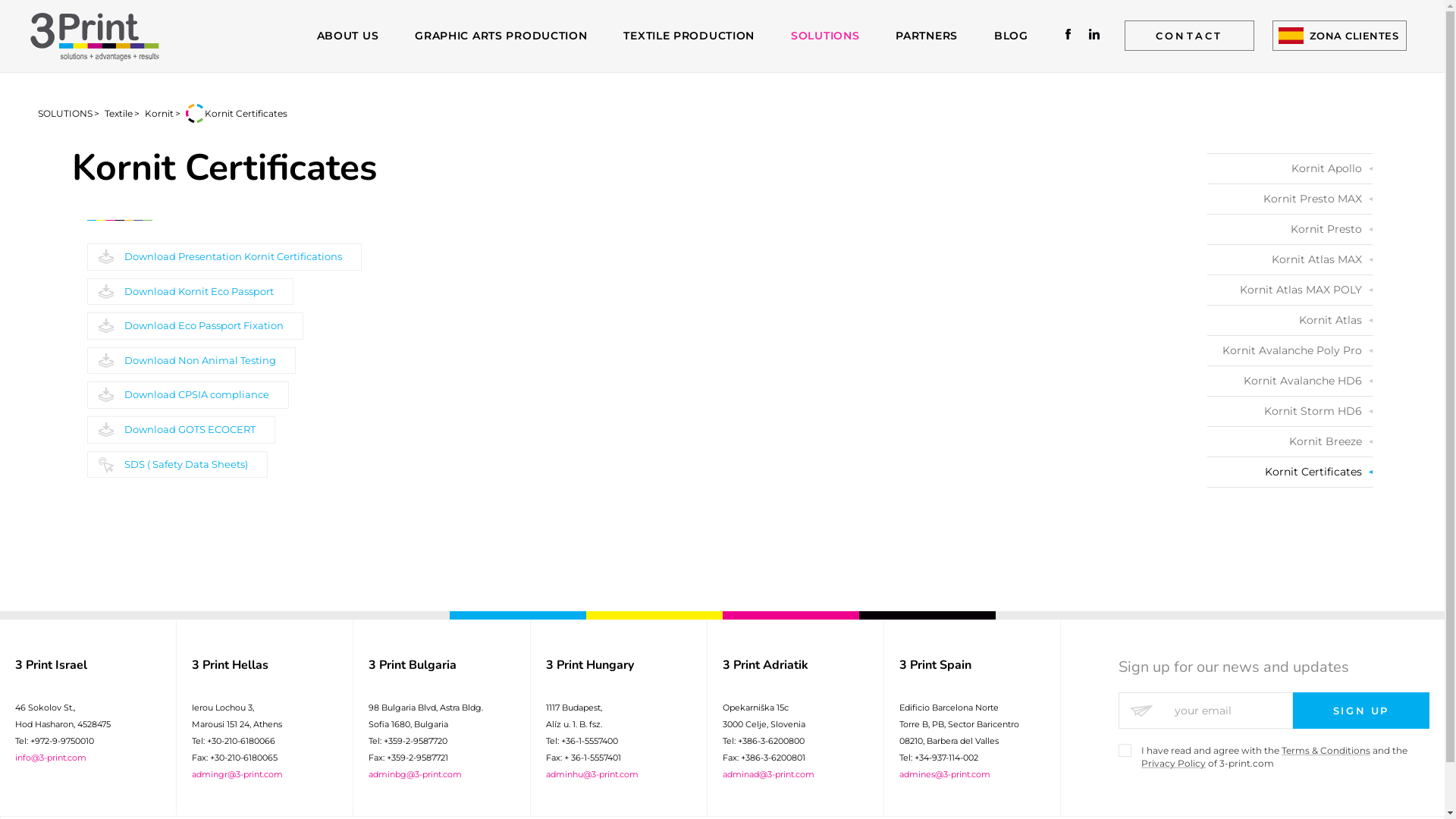 This screenshot has width=1456, height=819. Describe the element at coordinates (224, 256) in the screenshot. I see `'Download Presentation Kornit Certifications'` at that location.